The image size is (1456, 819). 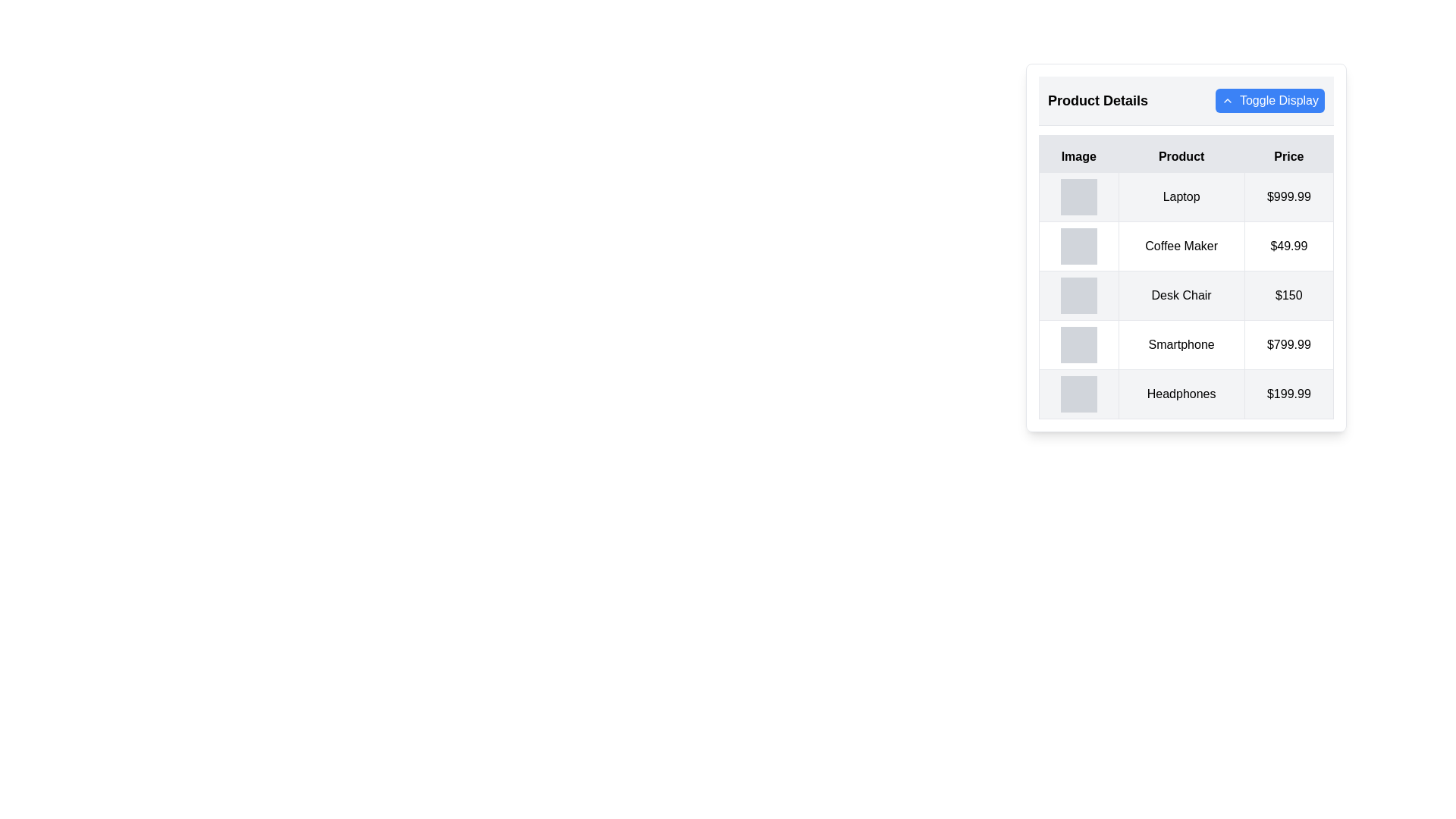 I want to click on price value displayed in the Text Label showing '$799.99' in black text within the white cell of the 'Price' column for the product 'Smartphone', so click(x=1288, y=345).